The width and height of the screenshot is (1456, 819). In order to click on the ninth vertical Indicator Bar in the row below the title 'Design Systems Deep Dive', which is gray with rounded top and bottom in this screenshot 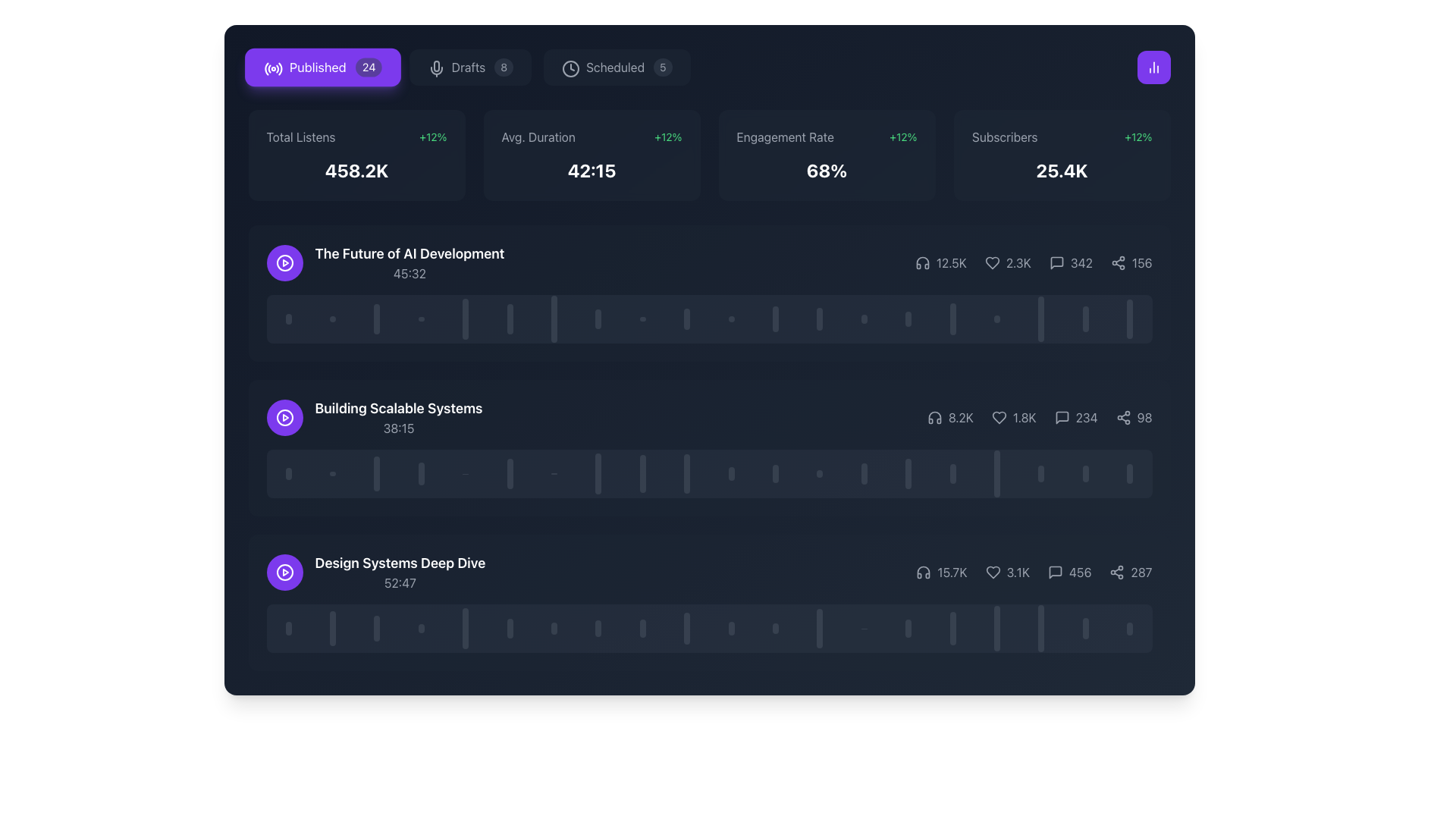, I will do `click(642, 629)`.